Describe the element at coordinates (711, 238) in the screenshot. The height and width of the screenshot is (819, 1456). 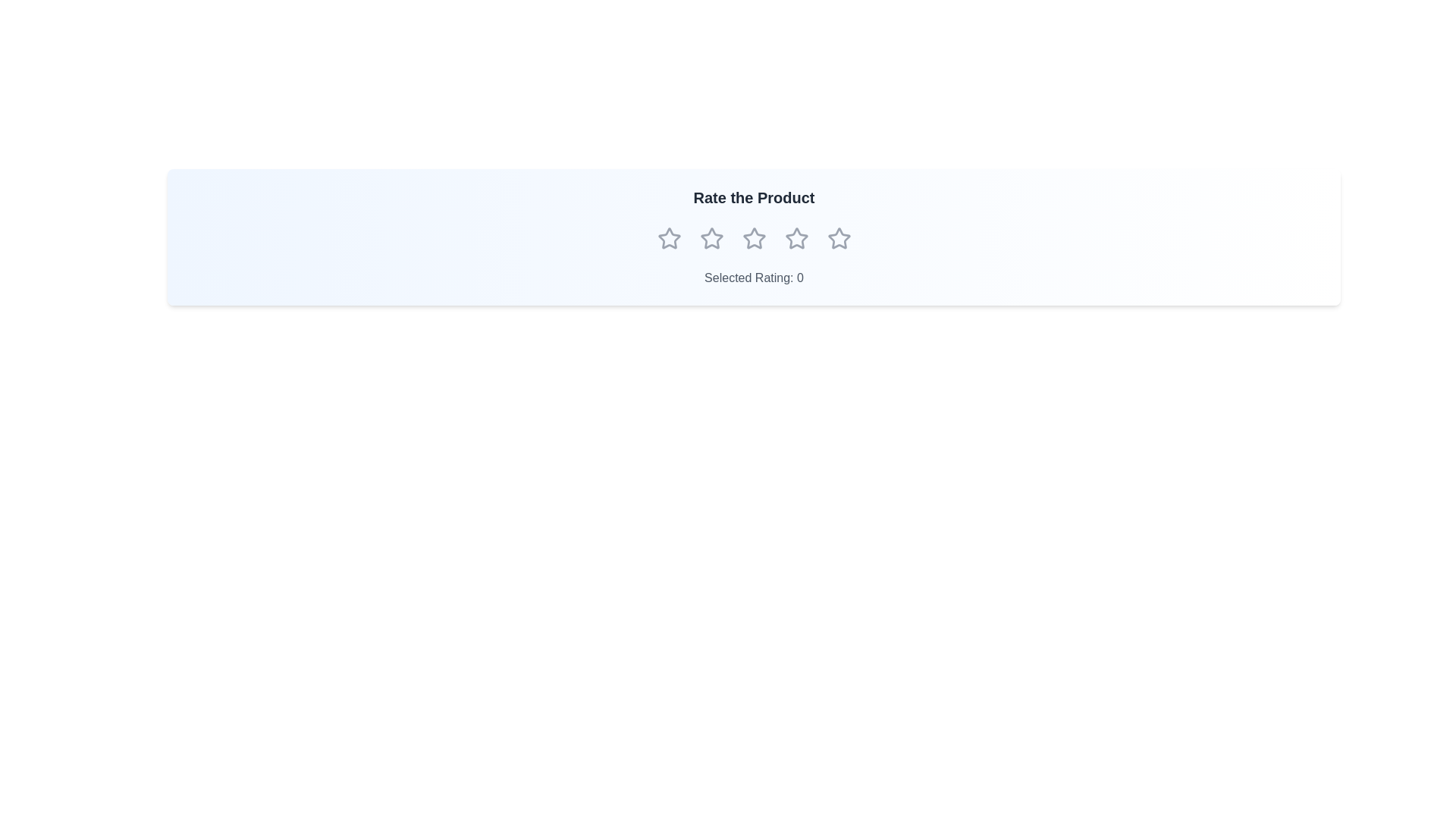
I see `the star icon representing a rating of two out of five, located under the label 'Rate the Product.'` at that location.